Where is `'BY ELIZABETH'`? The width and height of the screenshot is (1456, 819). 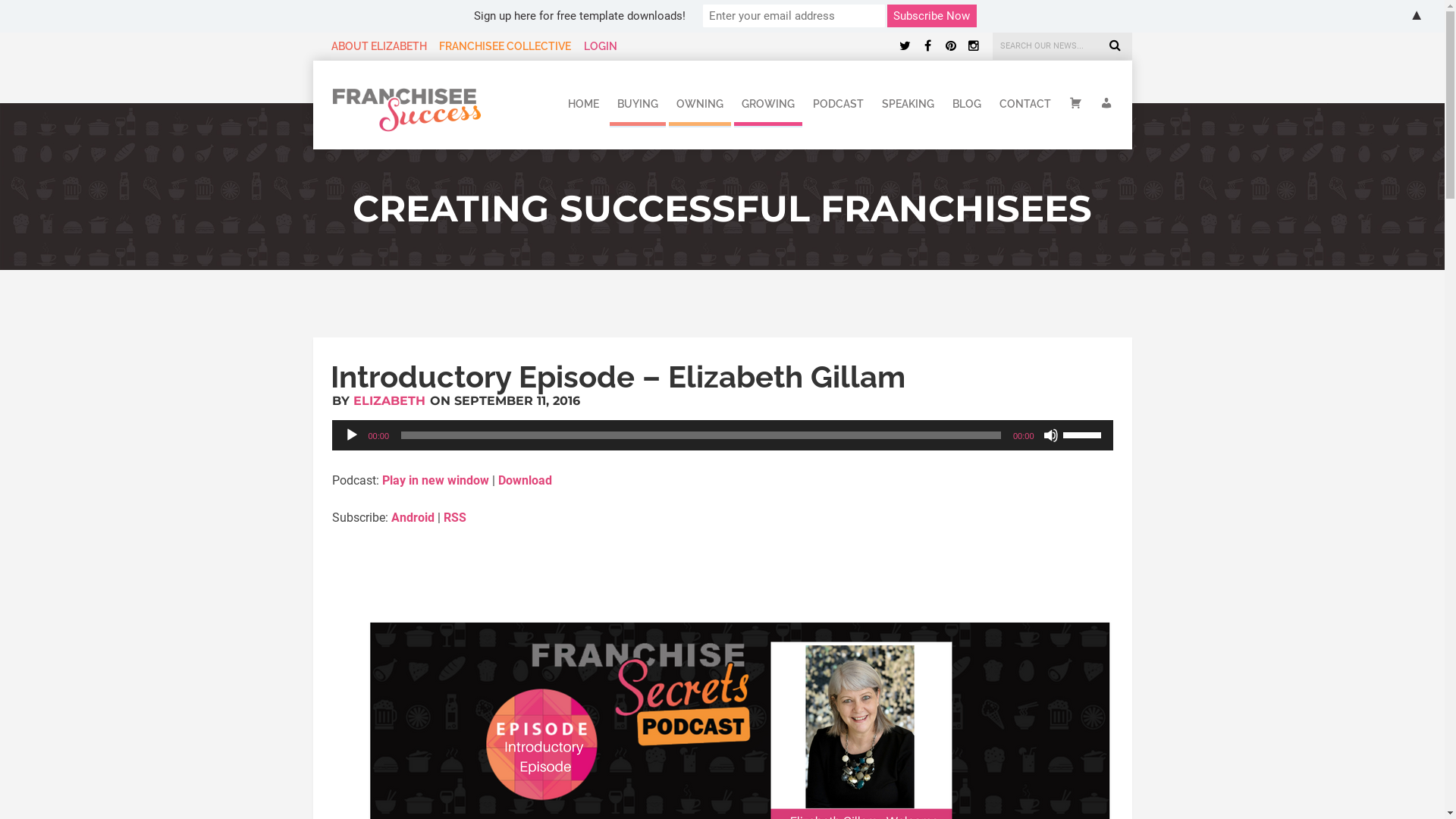 'BY ELIZABETH' is located at coordinates (378, 400).